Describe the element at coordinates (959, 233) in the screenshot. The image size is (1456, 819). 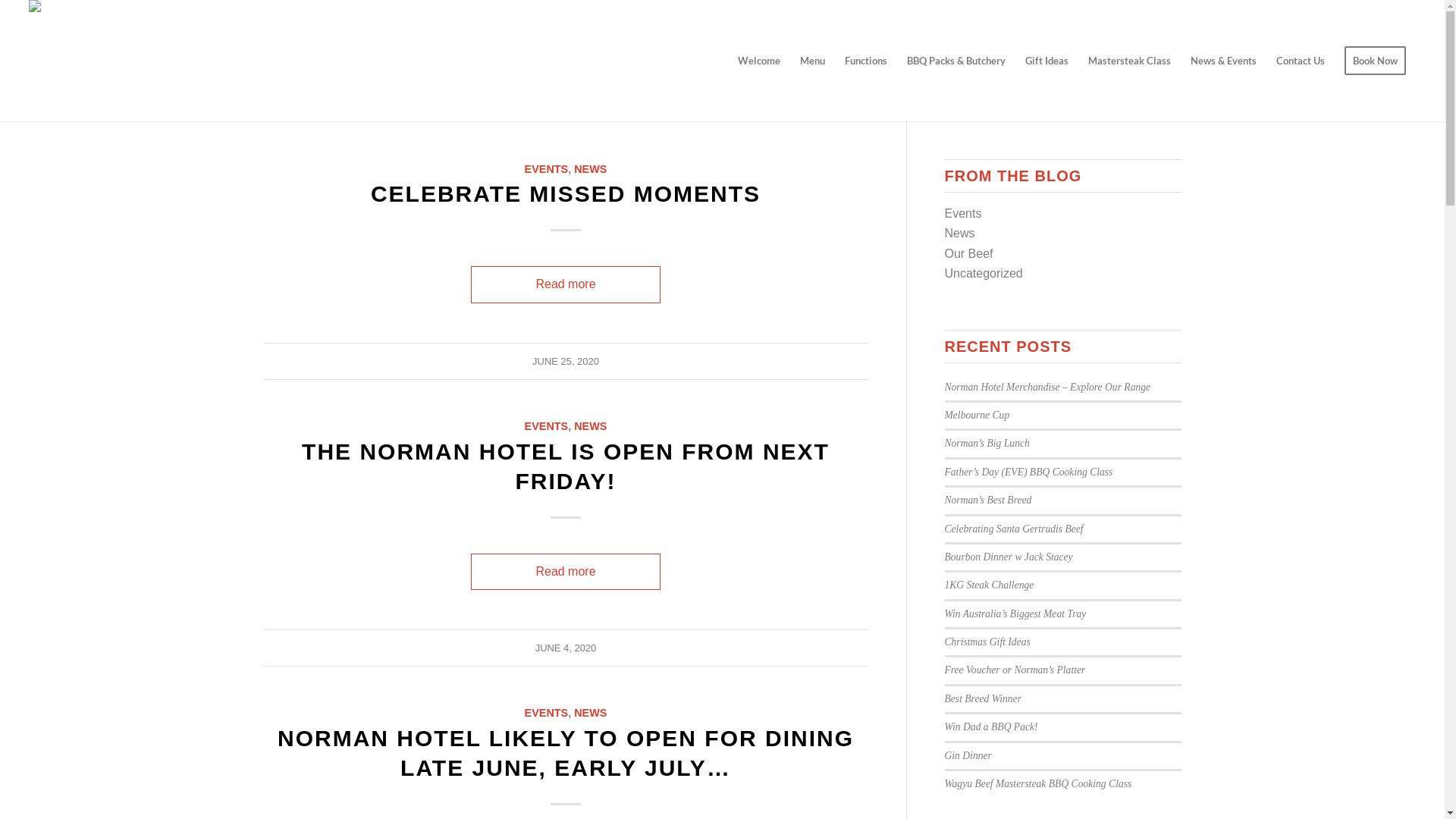
I see `'News'` at that location.